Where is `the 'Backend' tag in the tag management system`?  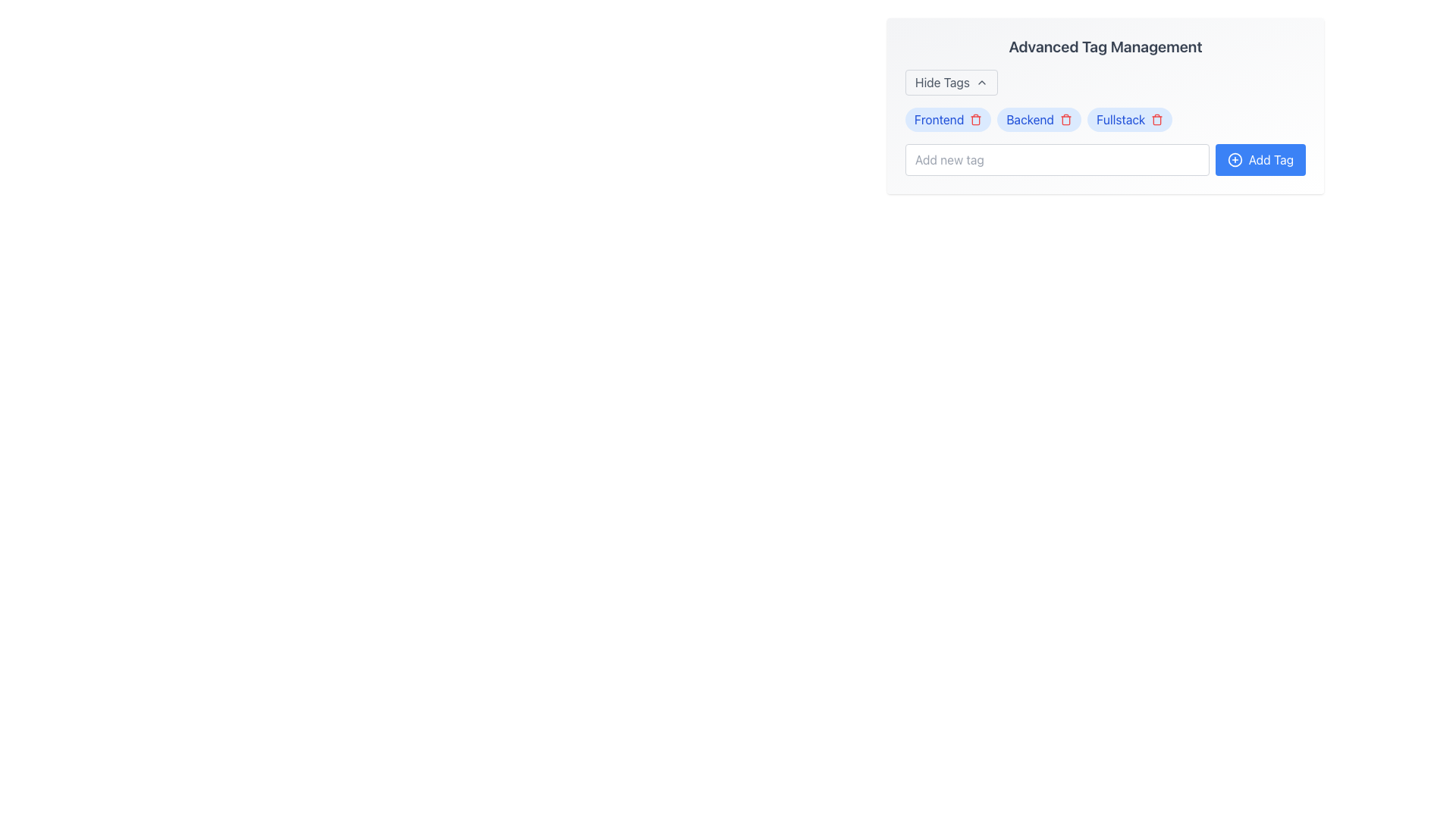 the 'Backend' tag in the tag management system is located at coordinates (1038, 119).